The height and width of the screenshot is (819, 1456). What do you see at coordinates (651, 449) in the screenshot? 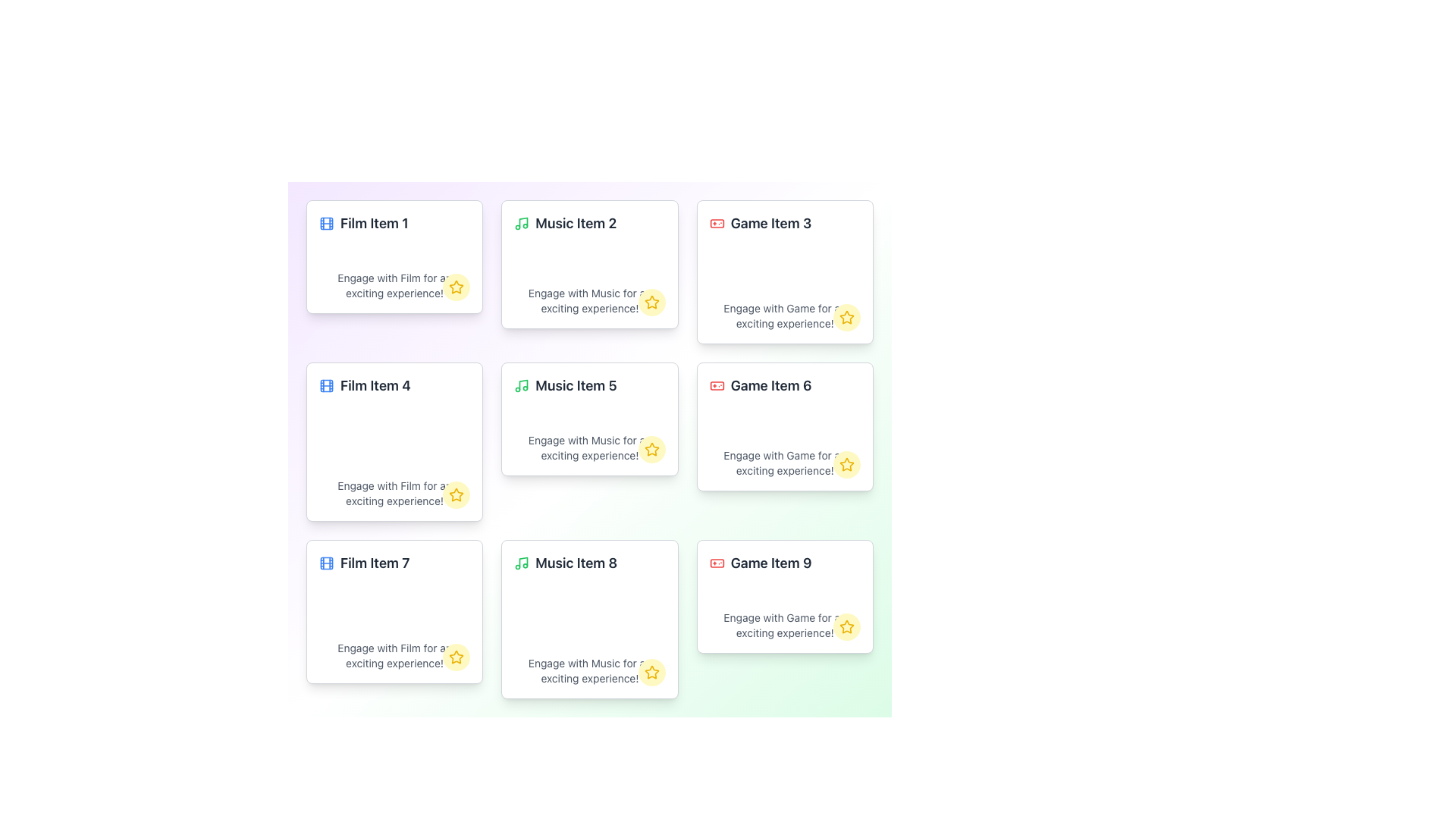
I see `the star icon button located at the bottom-right corner of the card, directly below the text 'Engage with Music for an exciting experience!'` at bounding box center [651, 449].